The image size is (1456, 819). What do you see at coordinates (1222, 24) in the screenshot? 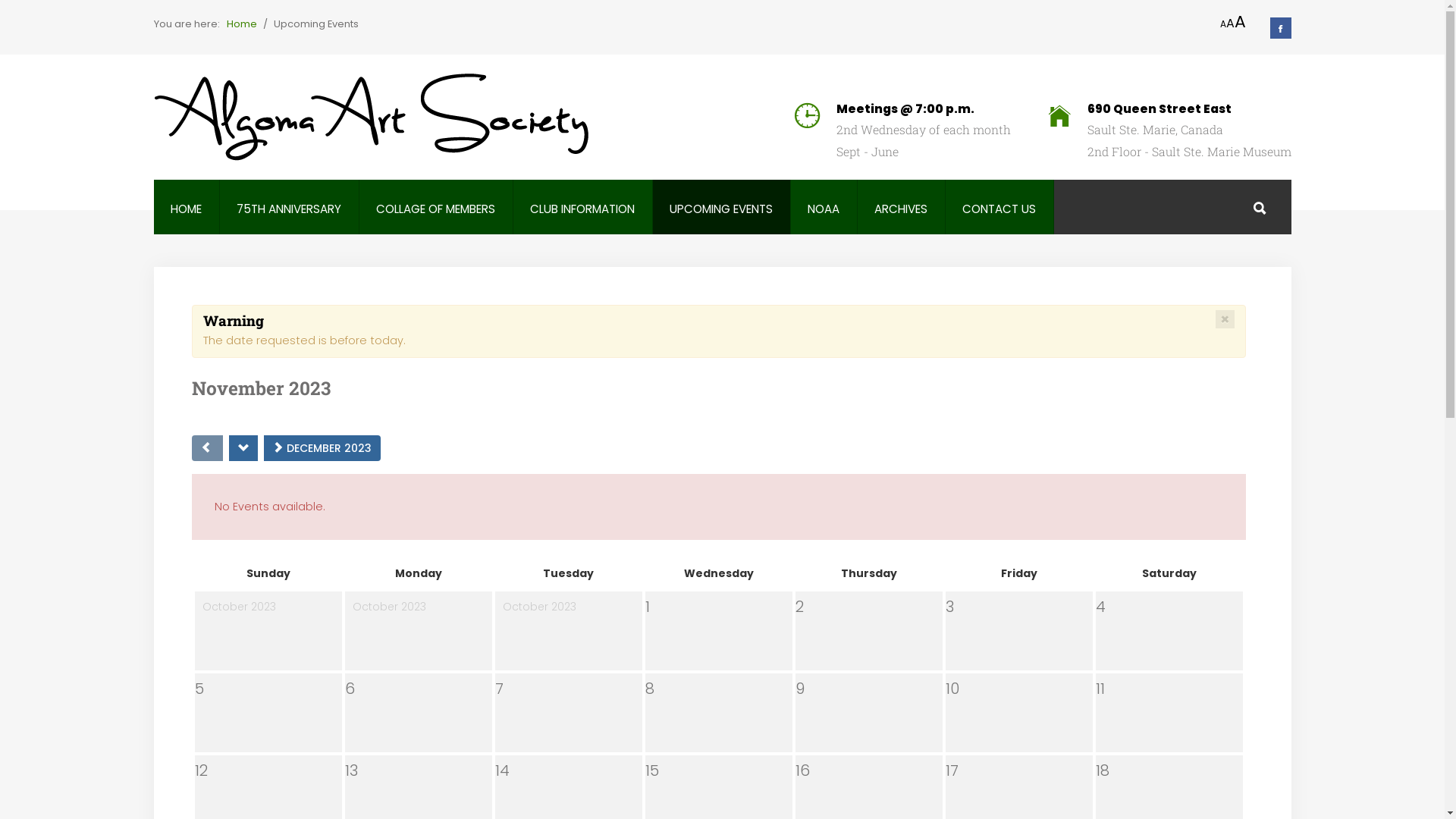
I see `'A'` at bounding box center [1222, 24].